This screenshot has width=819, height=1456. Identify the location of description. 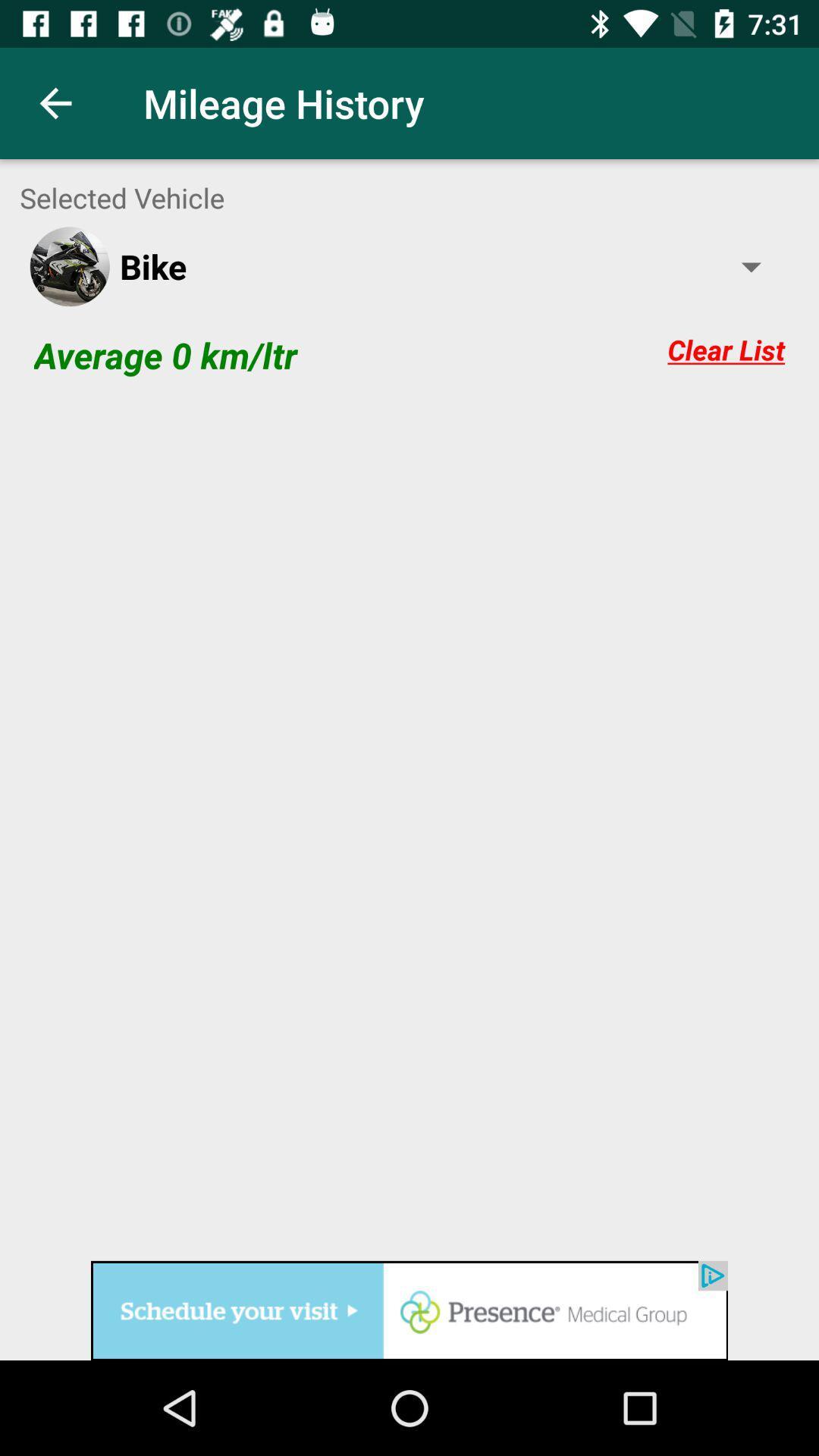
(409, 826).